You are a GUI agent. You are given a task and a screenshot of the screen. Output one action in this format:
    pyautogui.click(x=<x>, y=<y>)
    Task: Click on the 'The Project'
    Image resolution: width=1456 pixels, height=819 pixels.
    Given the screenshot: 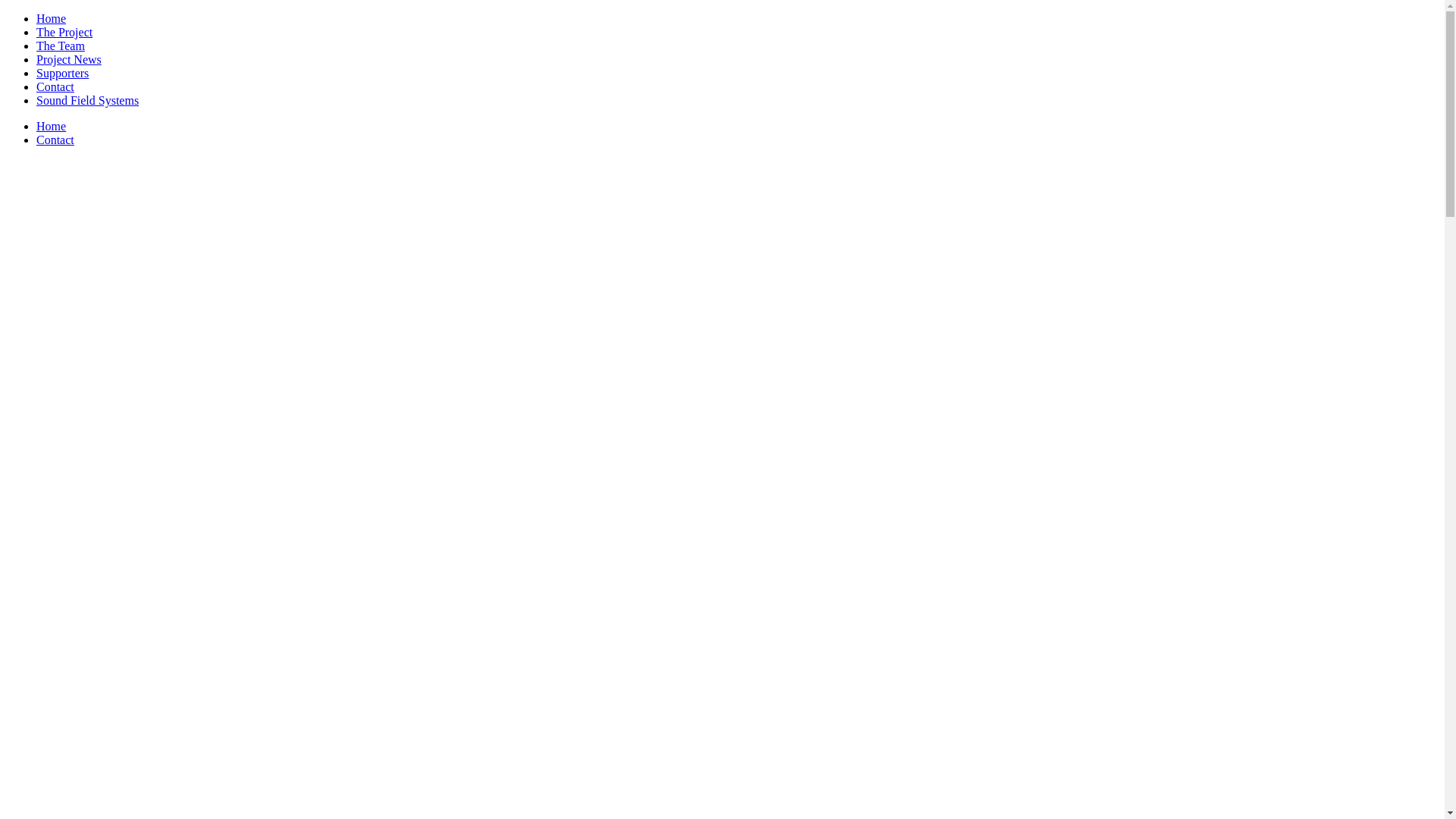 What is the action you would take?
    pyautogui.click(x=64, y=32)
    